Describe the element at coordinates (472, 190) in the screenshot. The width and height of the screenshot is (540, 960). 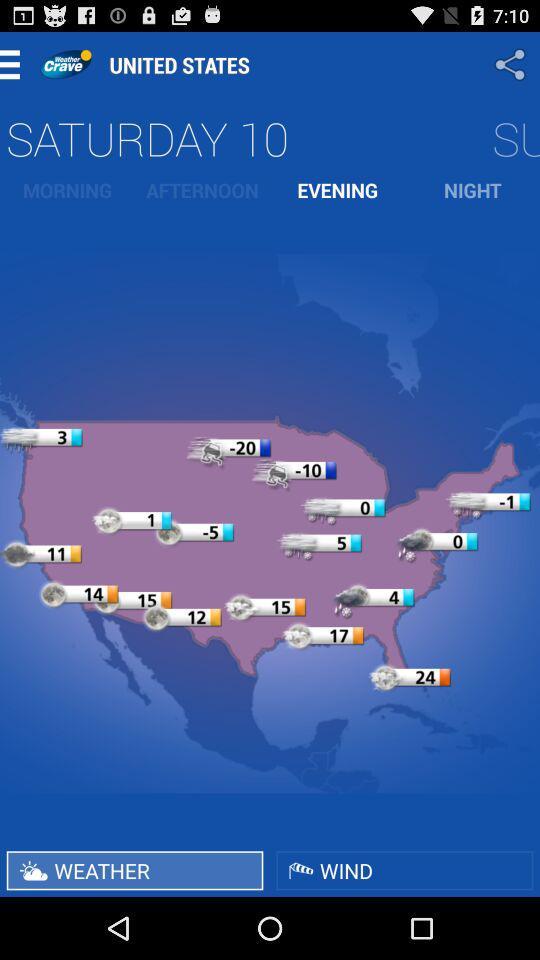
I see `item next to the evening` at that location.